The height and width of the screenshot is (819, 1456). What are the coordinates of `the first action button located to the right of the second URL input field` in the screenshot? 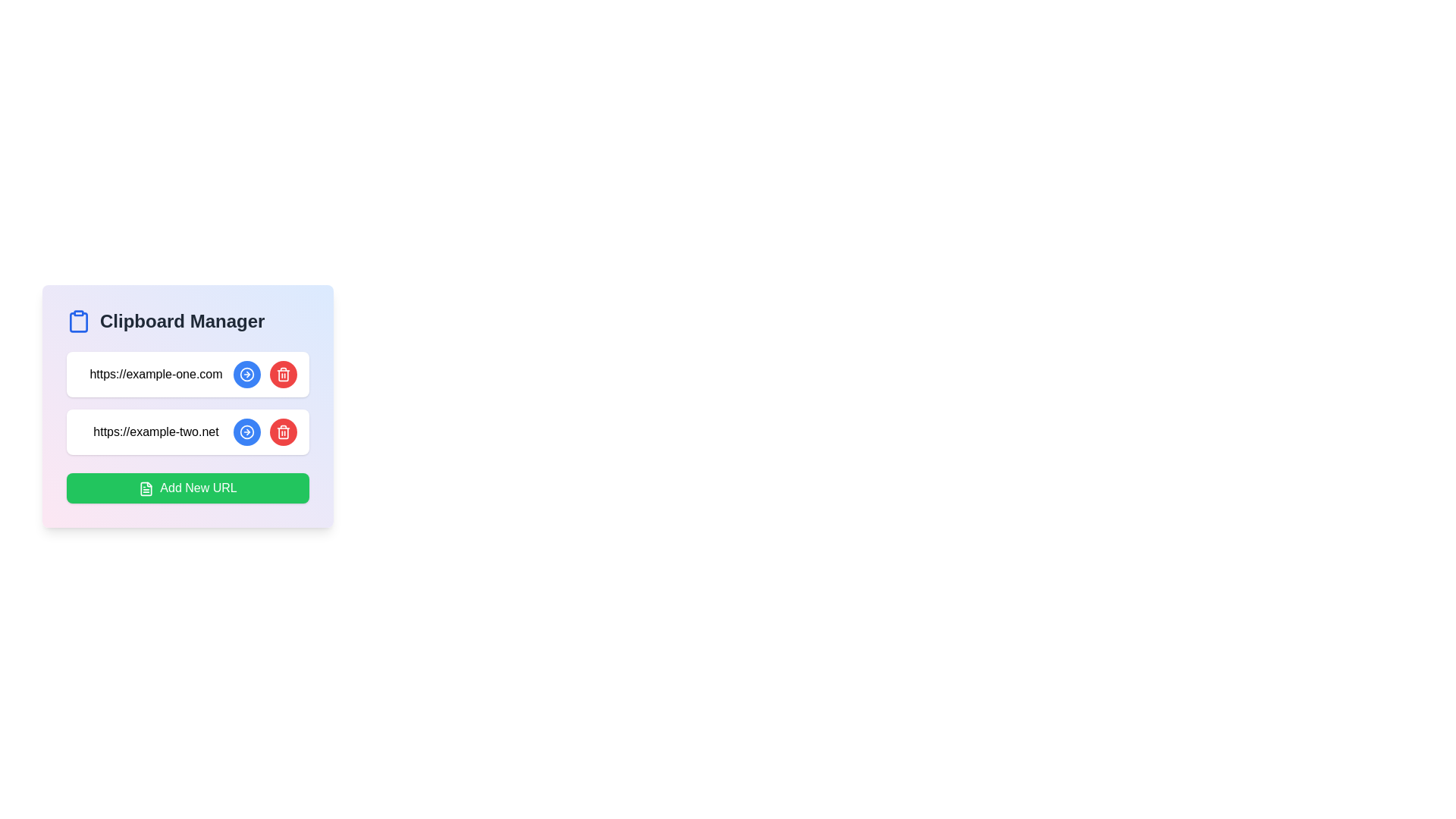 It's located at (247, 432).